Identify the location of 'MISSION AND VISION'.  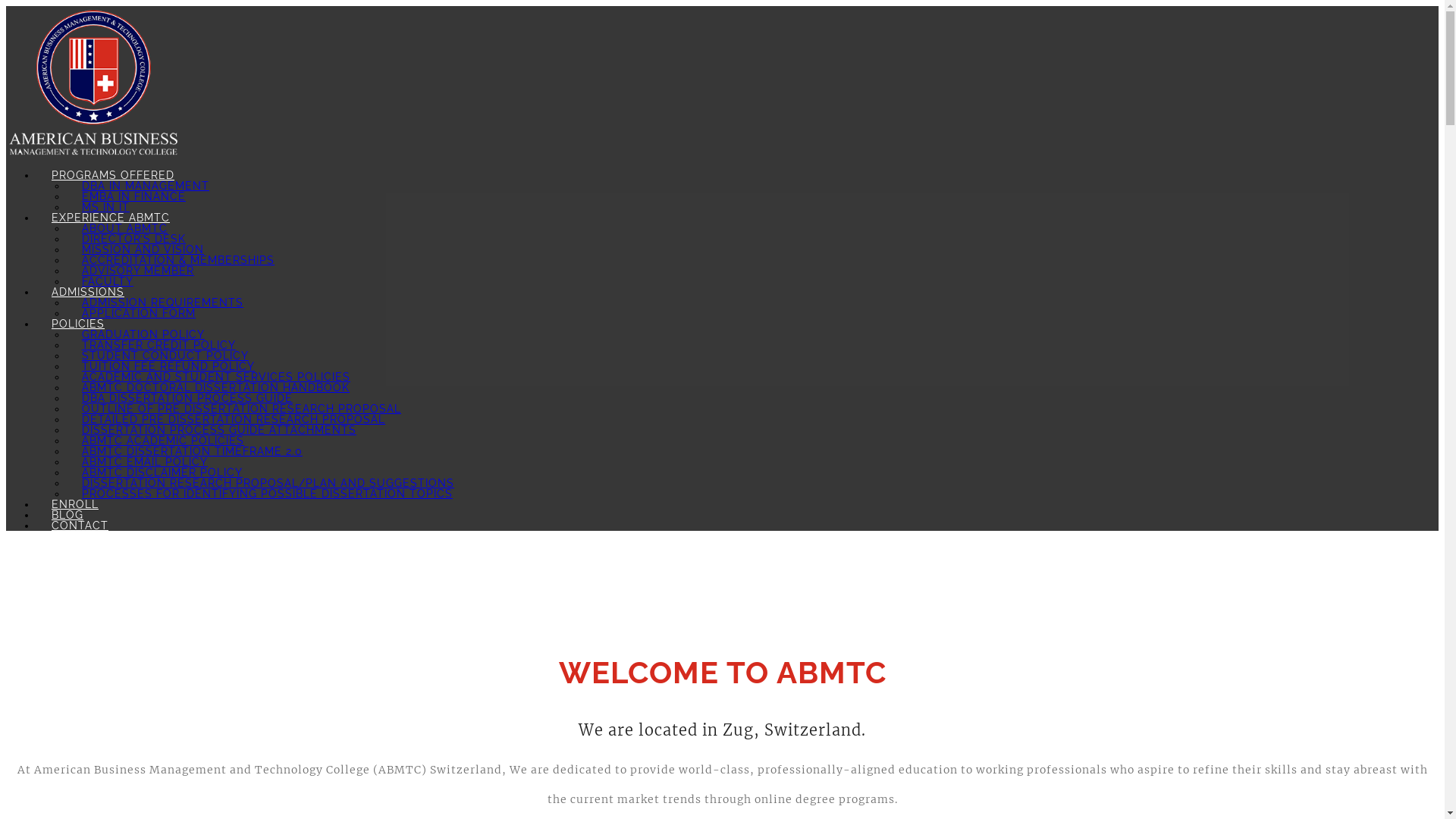
(65, 248).